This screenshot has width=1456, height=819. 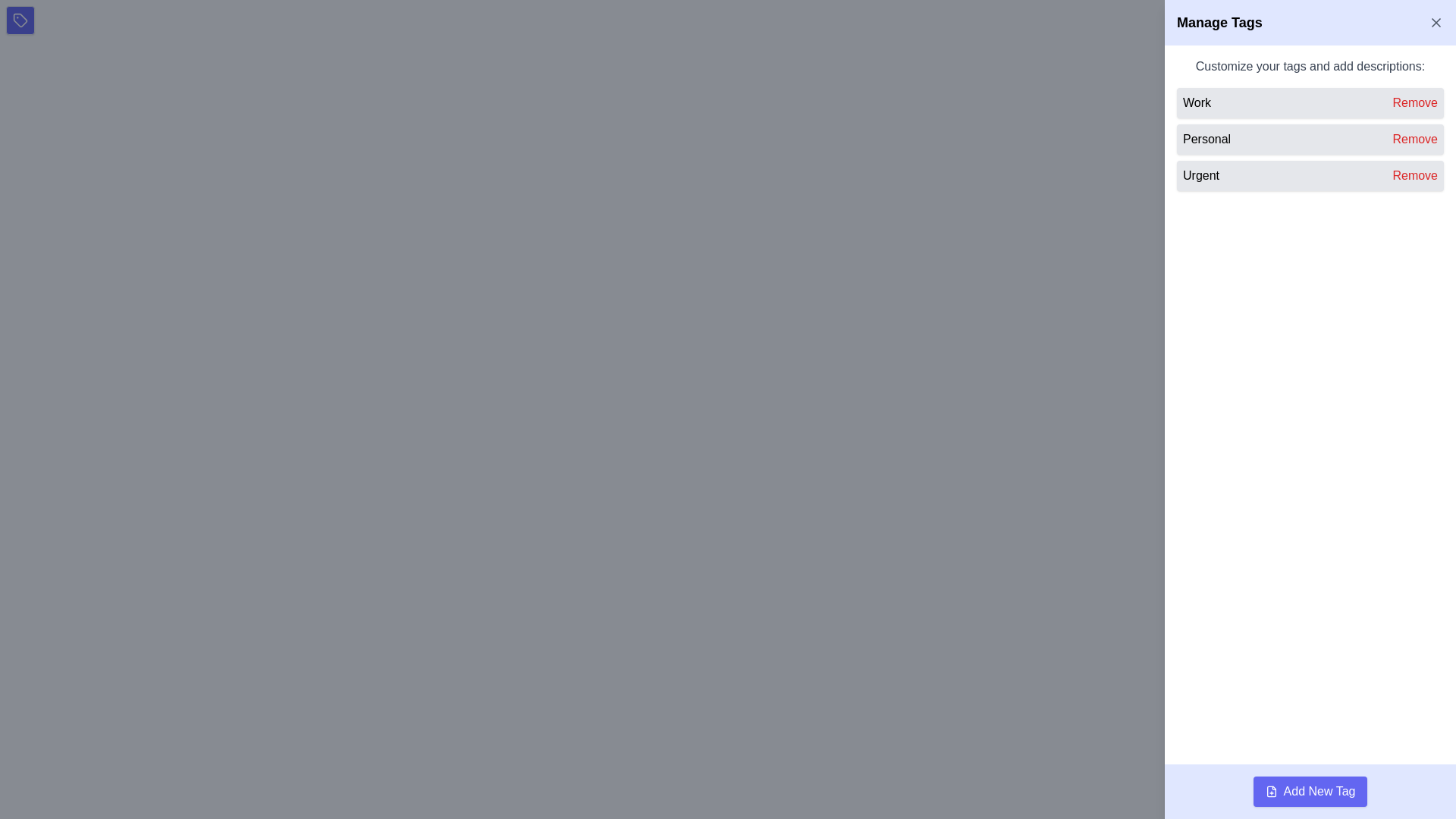 I want to click on the 'Personal' badge section located below the 'Work' section and above the 'Urgent' section, so click(x=1310, y=140).